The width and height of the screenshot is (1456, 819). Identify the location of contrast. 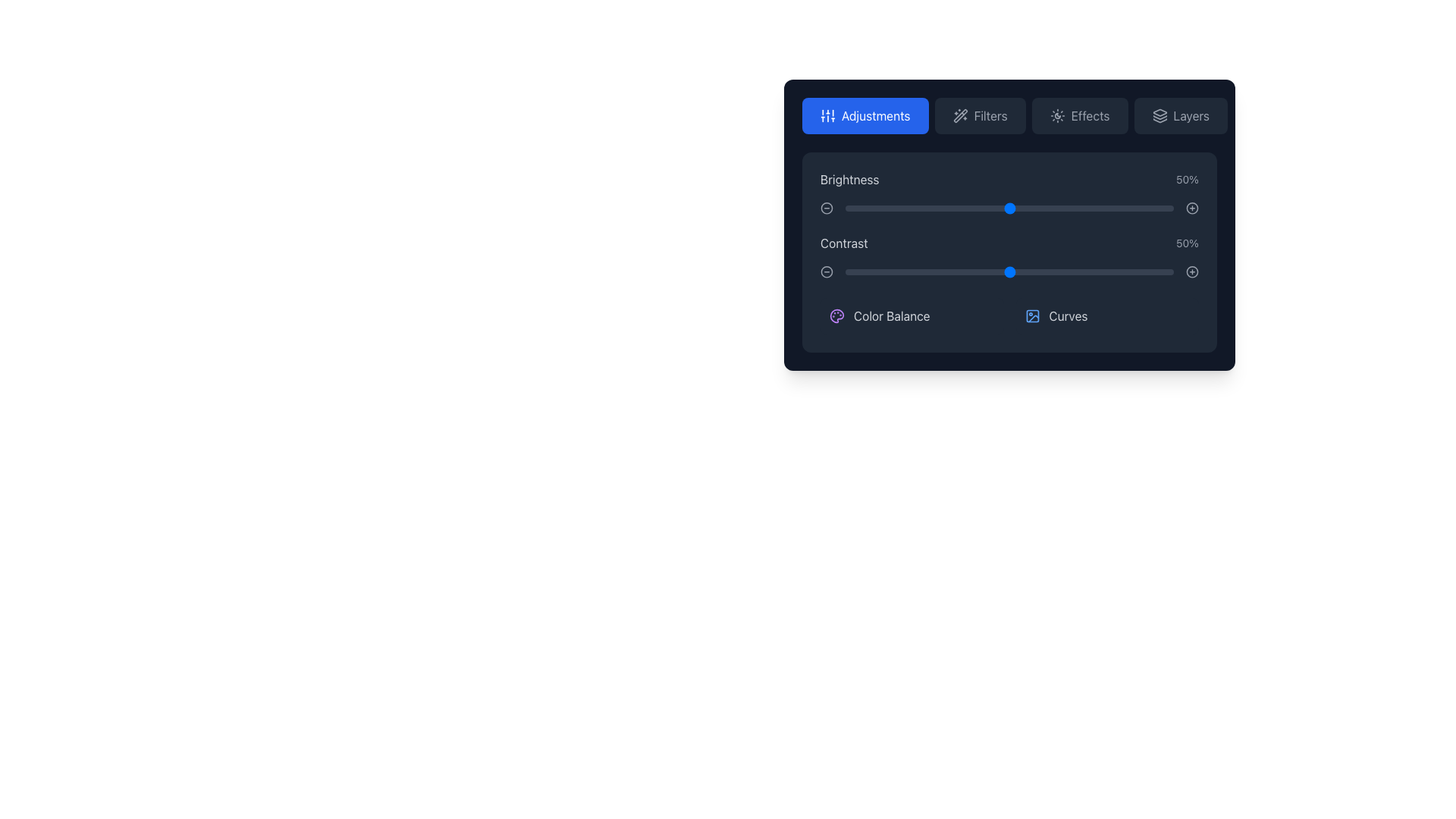
(1074, 271).